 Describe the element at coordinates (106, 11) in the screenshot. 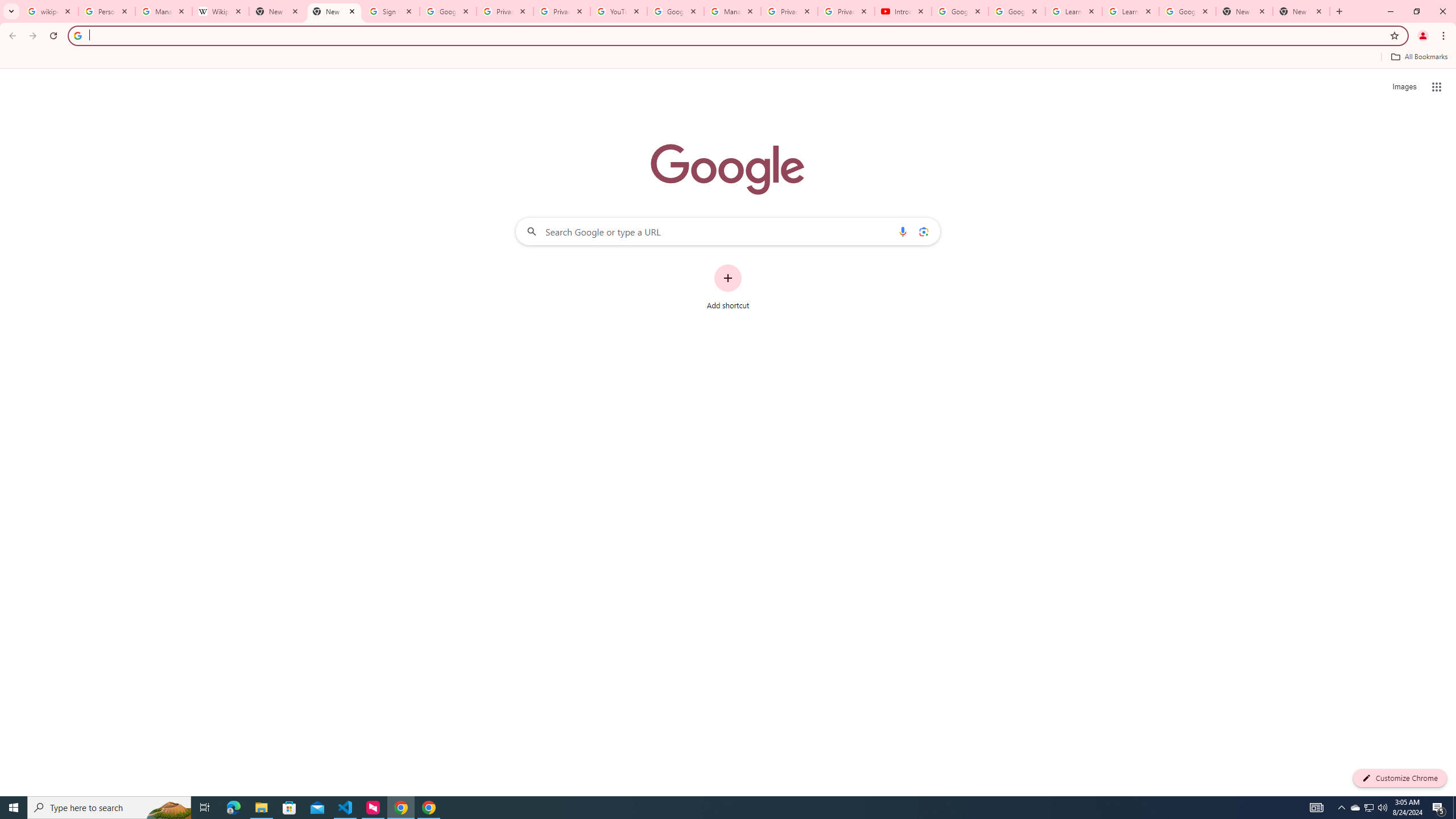

I see `'Personalization & Google Search results - Google Search Help'` at that location.